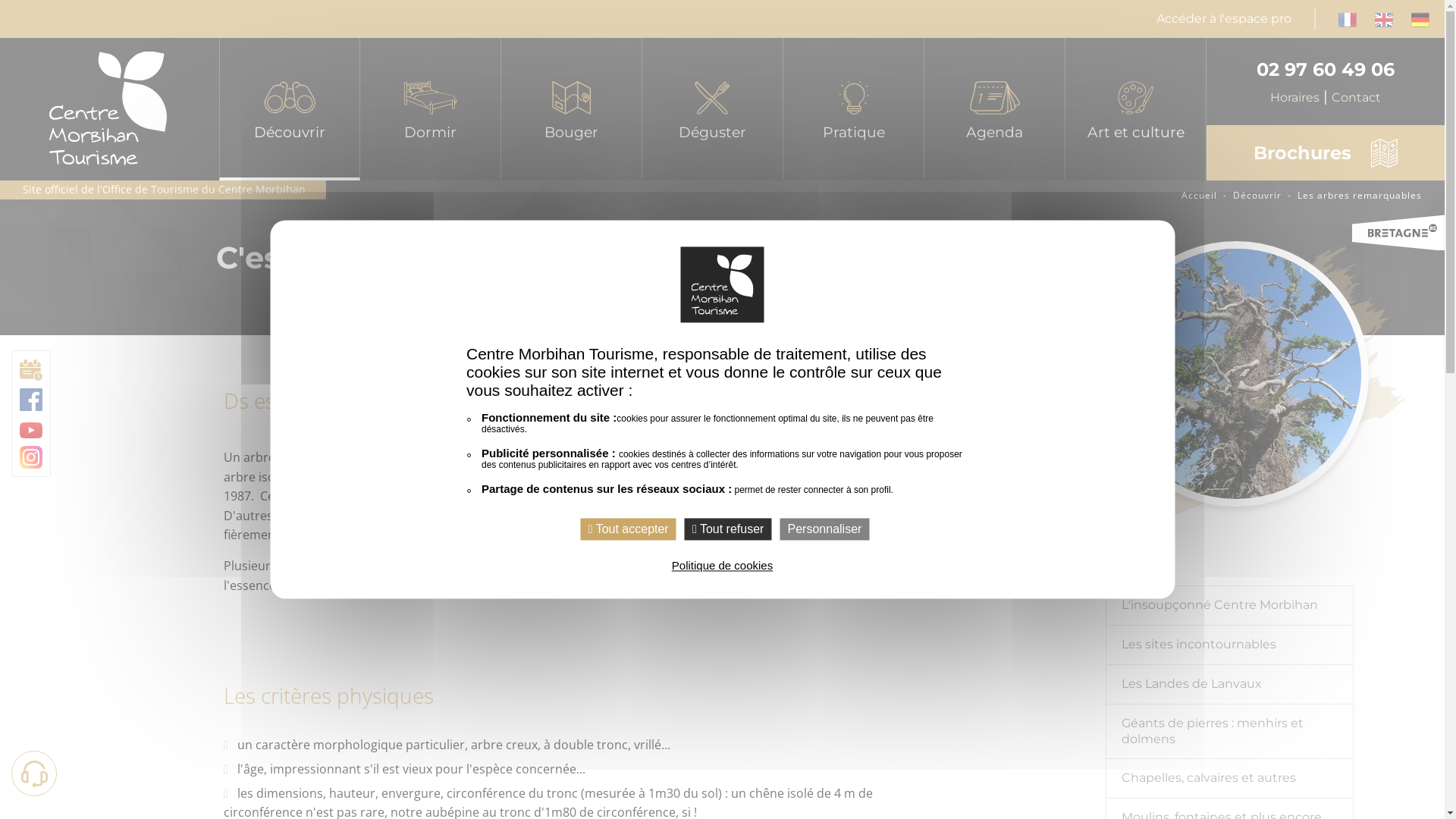 The height and width of the screenshot is (819, 1456). Describe the element at coordinates (570, 108) in the screenshot. I see `'Bouger'` at that location.